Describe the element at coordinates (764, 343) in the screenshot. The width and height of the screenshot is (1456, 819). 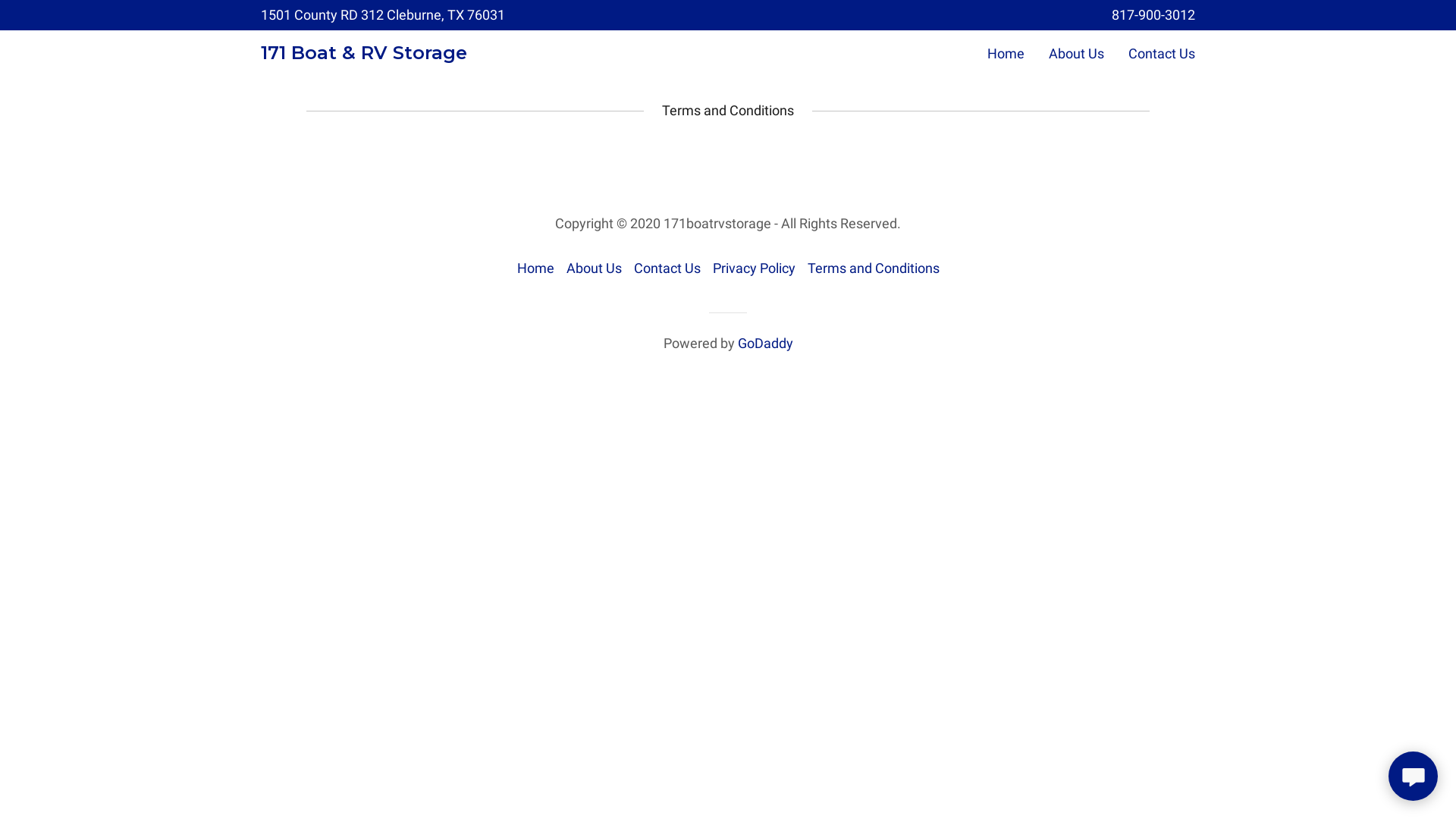
I see `'GoDaddy'` at that location.